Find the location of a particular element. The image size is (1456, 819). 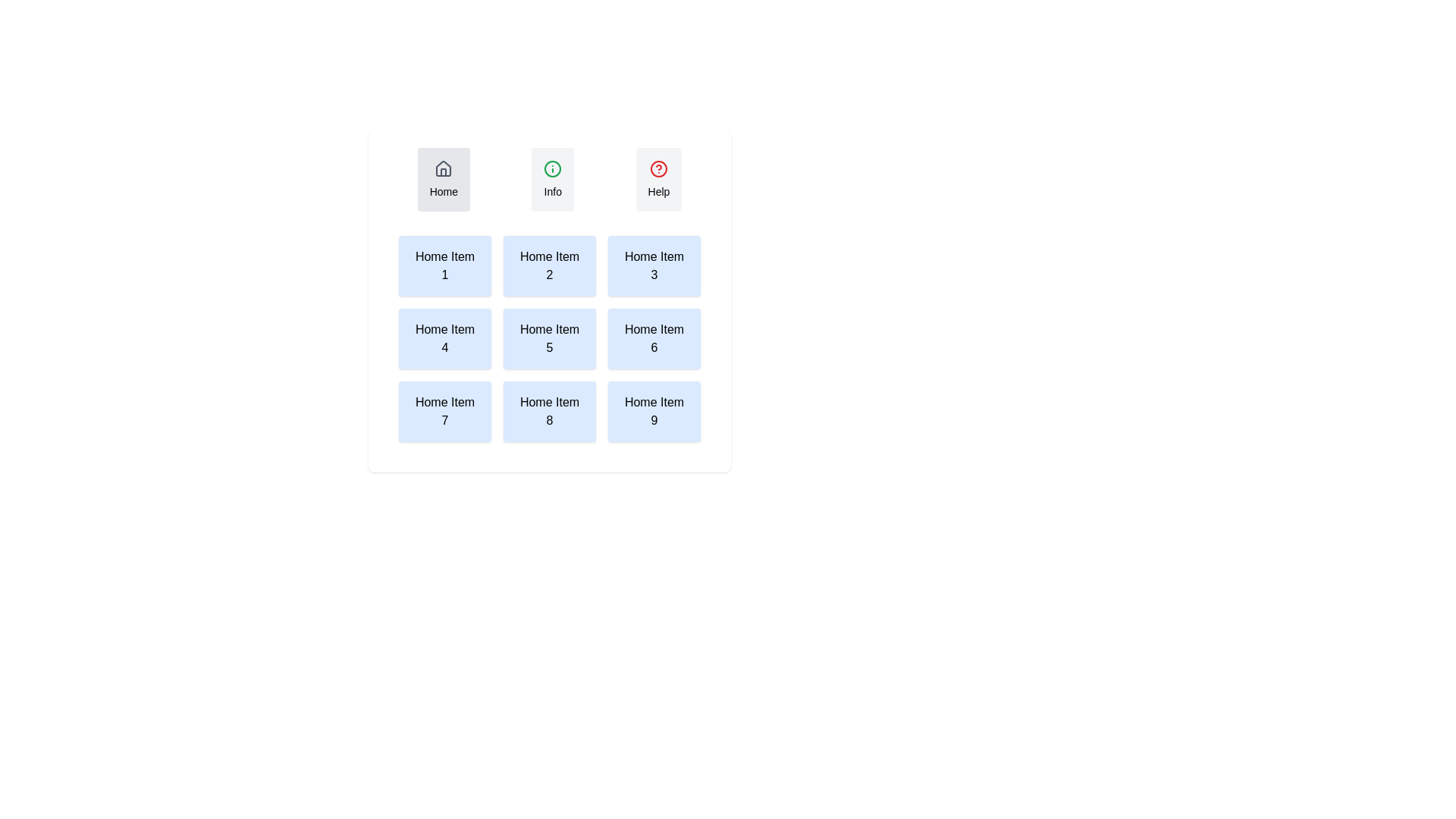

the Info tab by clicking on its button is located at coordinates (552, 178).